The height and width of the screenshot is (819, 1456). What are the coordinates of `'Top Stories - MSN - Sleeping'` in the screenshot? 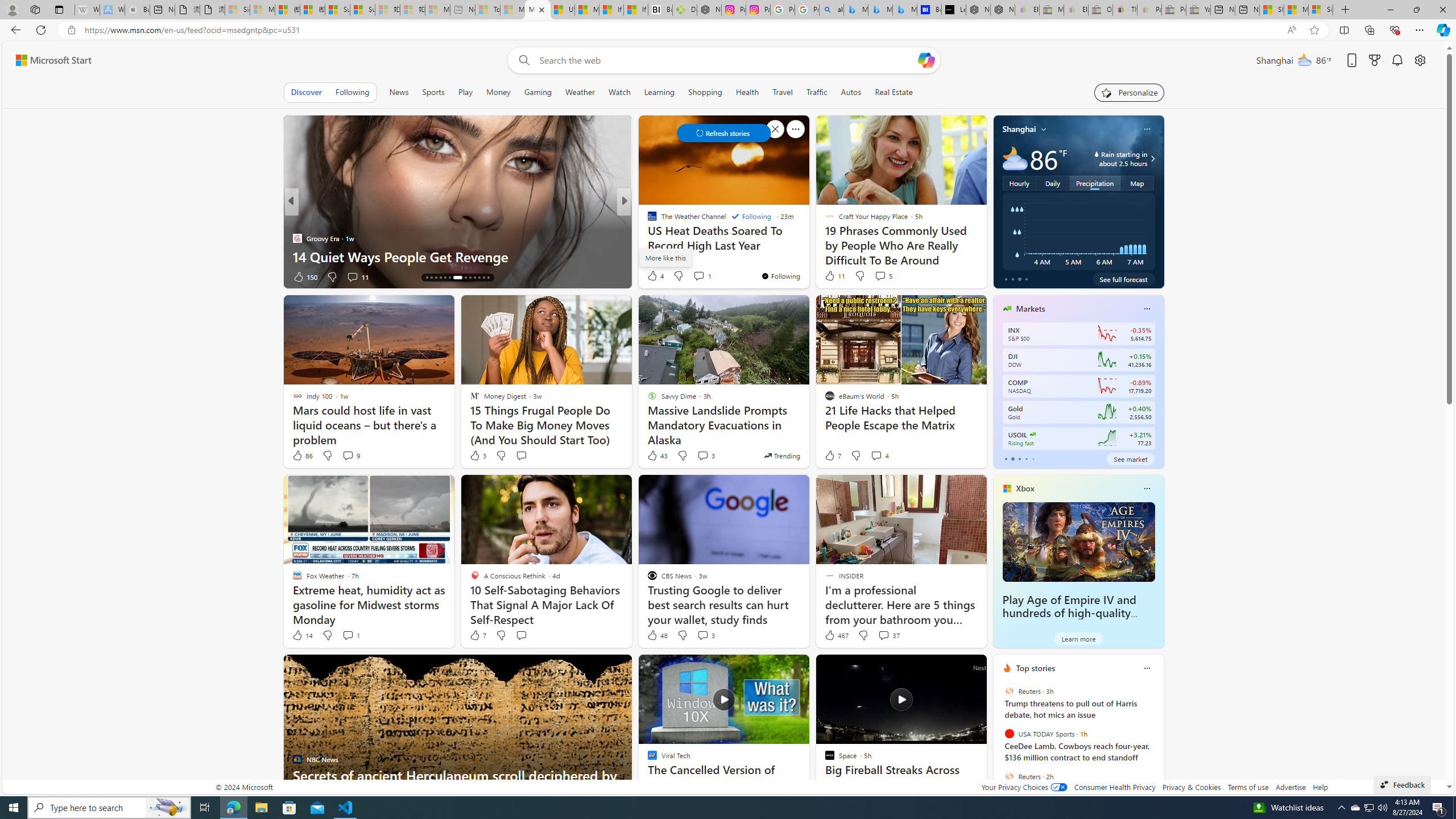 It's located at (487, 9).